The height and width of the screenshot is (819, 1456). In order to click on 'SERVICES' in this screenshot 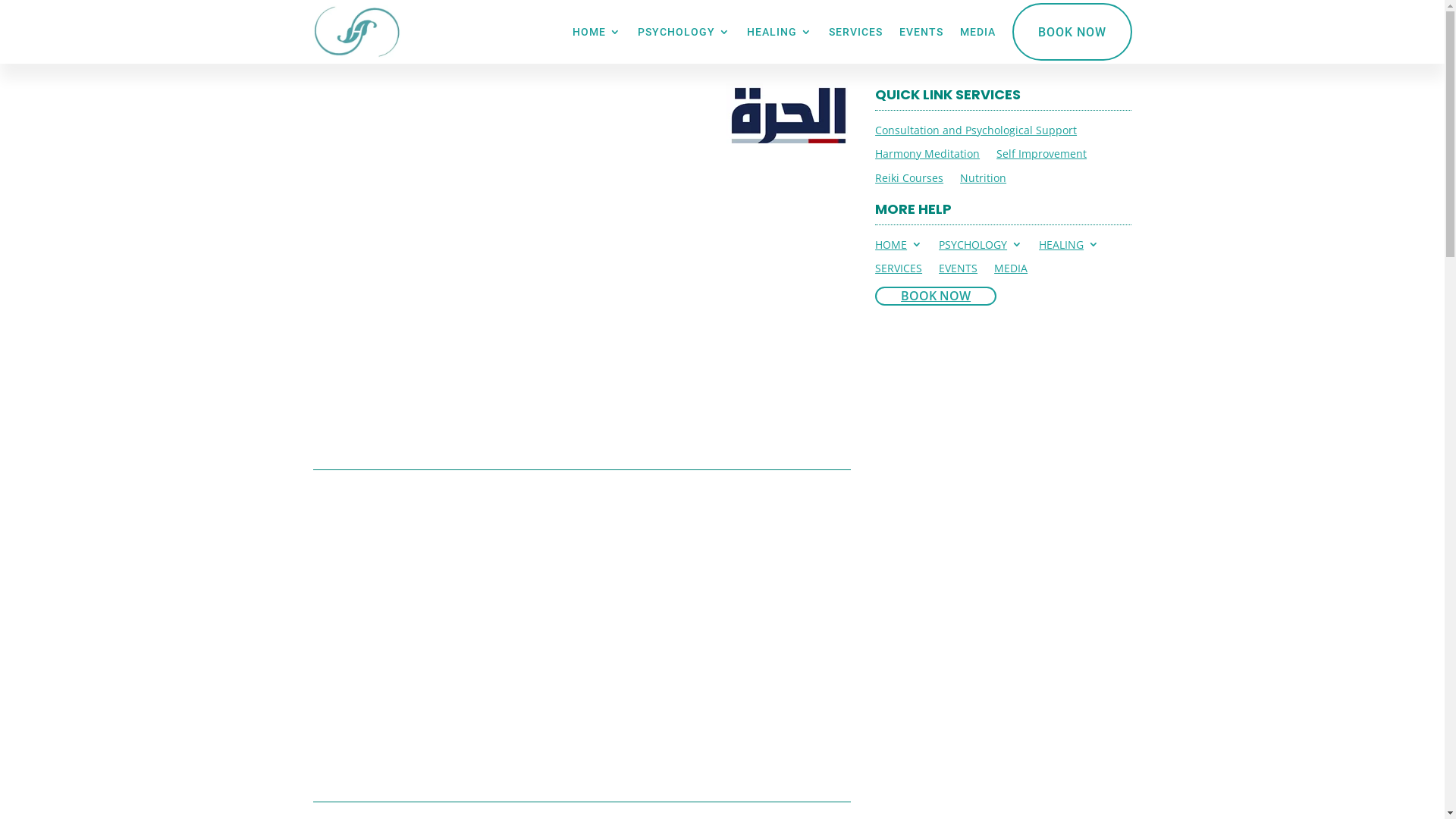, I will do `click(899, 270)`.